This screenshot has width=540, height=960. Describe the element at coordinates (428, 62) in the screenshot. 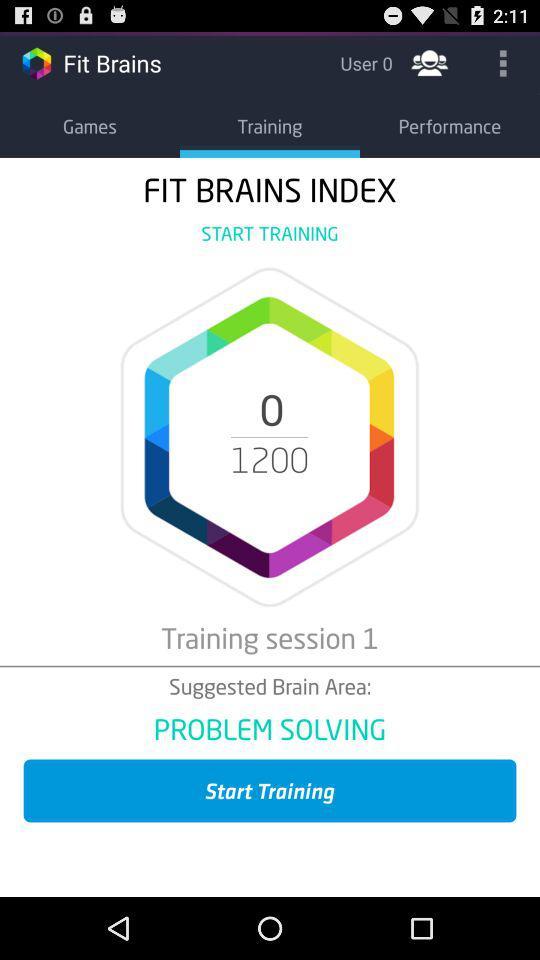

I see `icon above the performance` at that location.